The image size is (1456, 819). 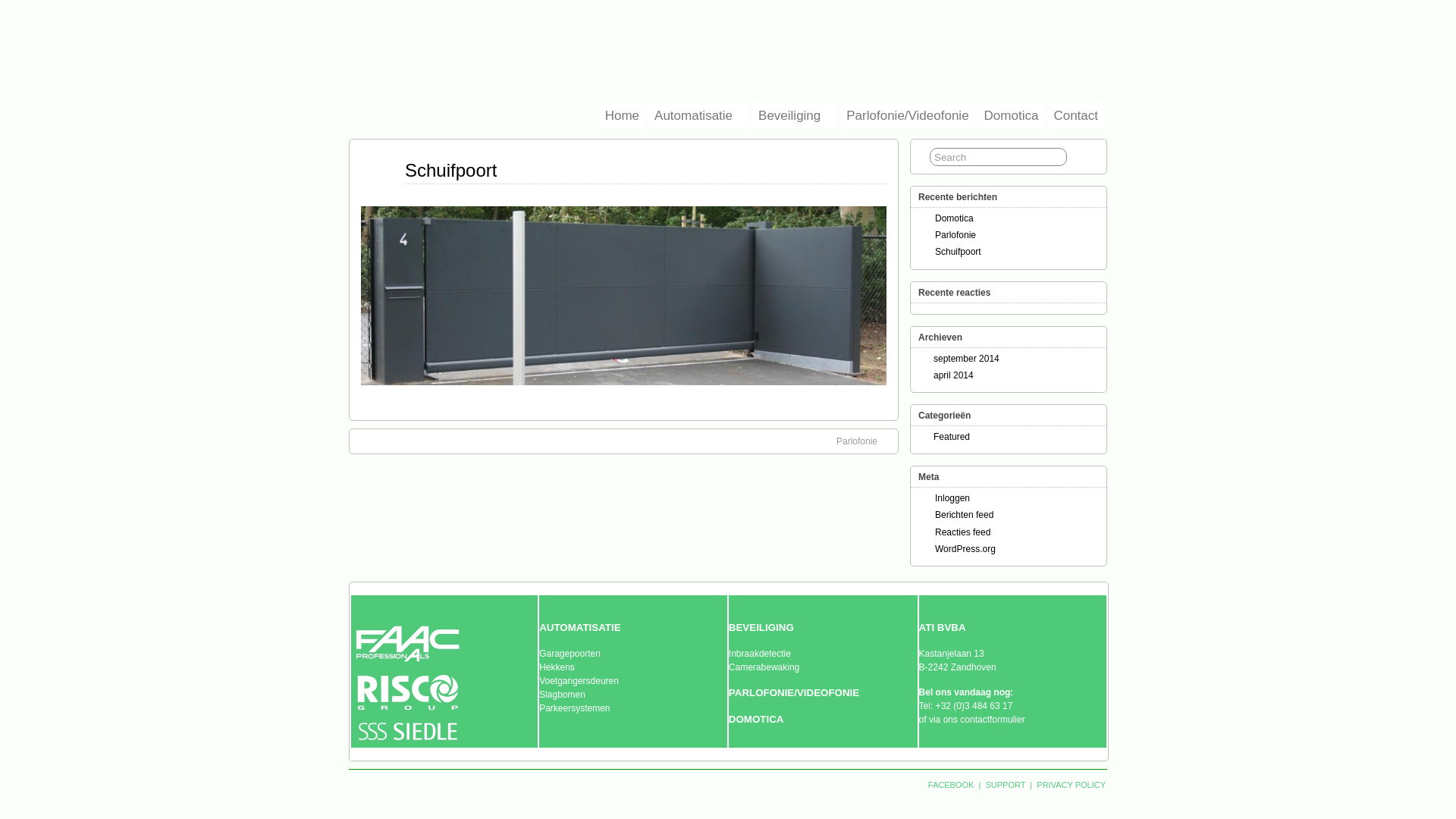 I want to click on 'Contact', so click(x=1075, y=114).